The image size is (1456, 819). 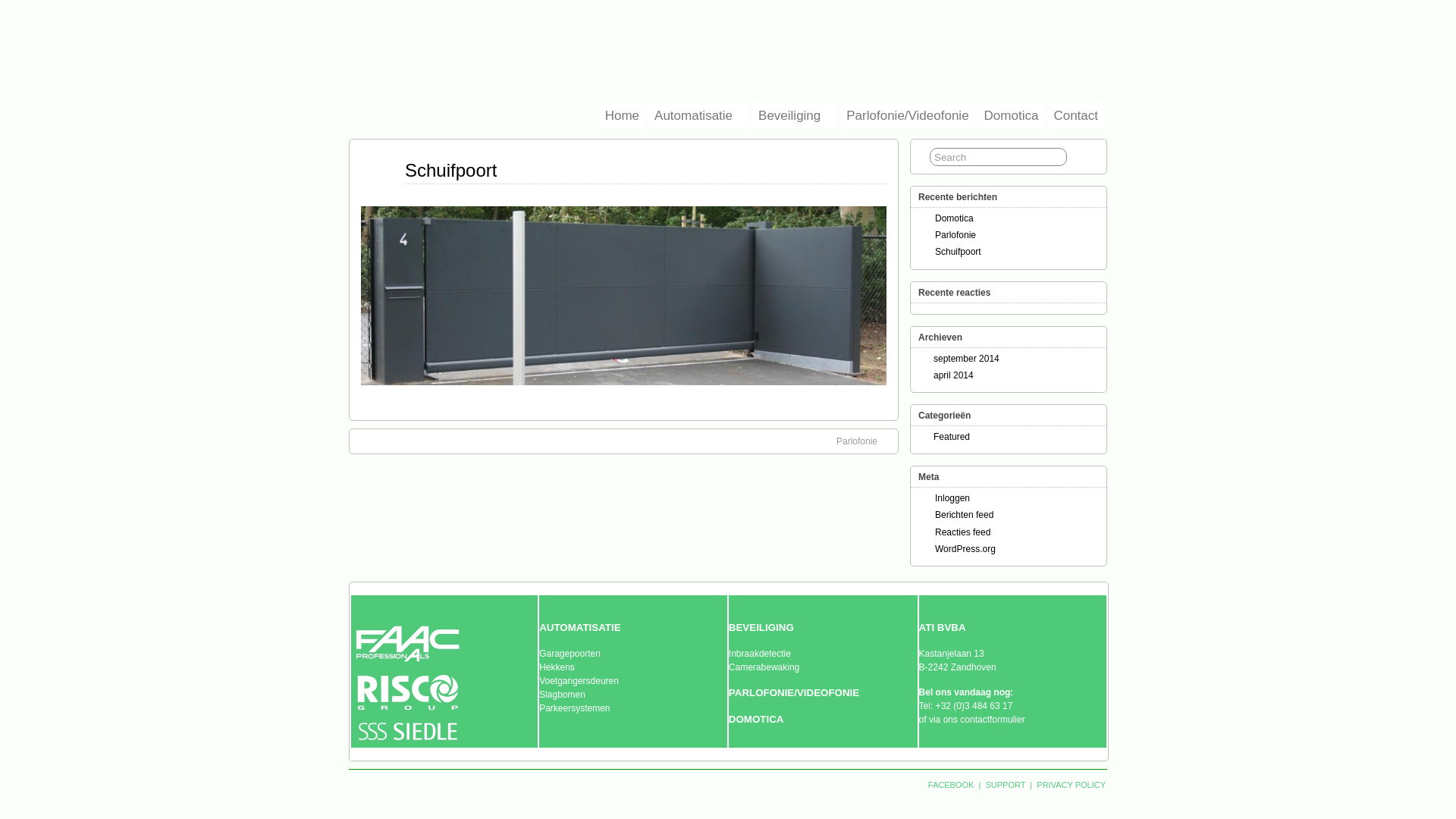 I want to click on 'Contact', so click(x=1075, y=114).